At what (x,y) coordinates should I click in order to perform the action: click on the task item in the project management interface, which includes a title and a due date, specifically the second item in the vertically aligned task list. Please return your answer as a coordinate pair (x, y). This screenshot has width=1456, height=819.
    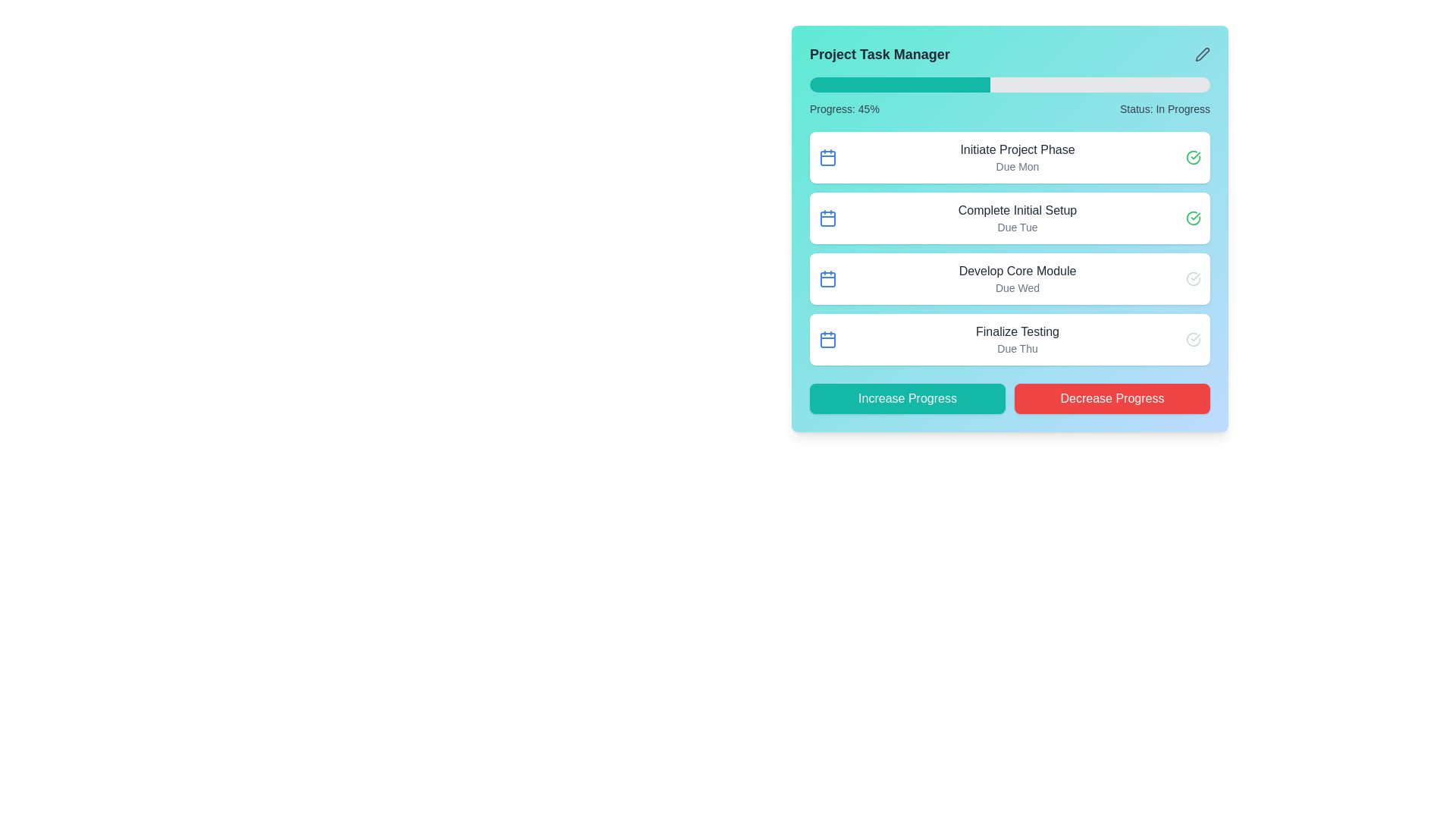
    Looking at the image, I should click on (1018, 218).